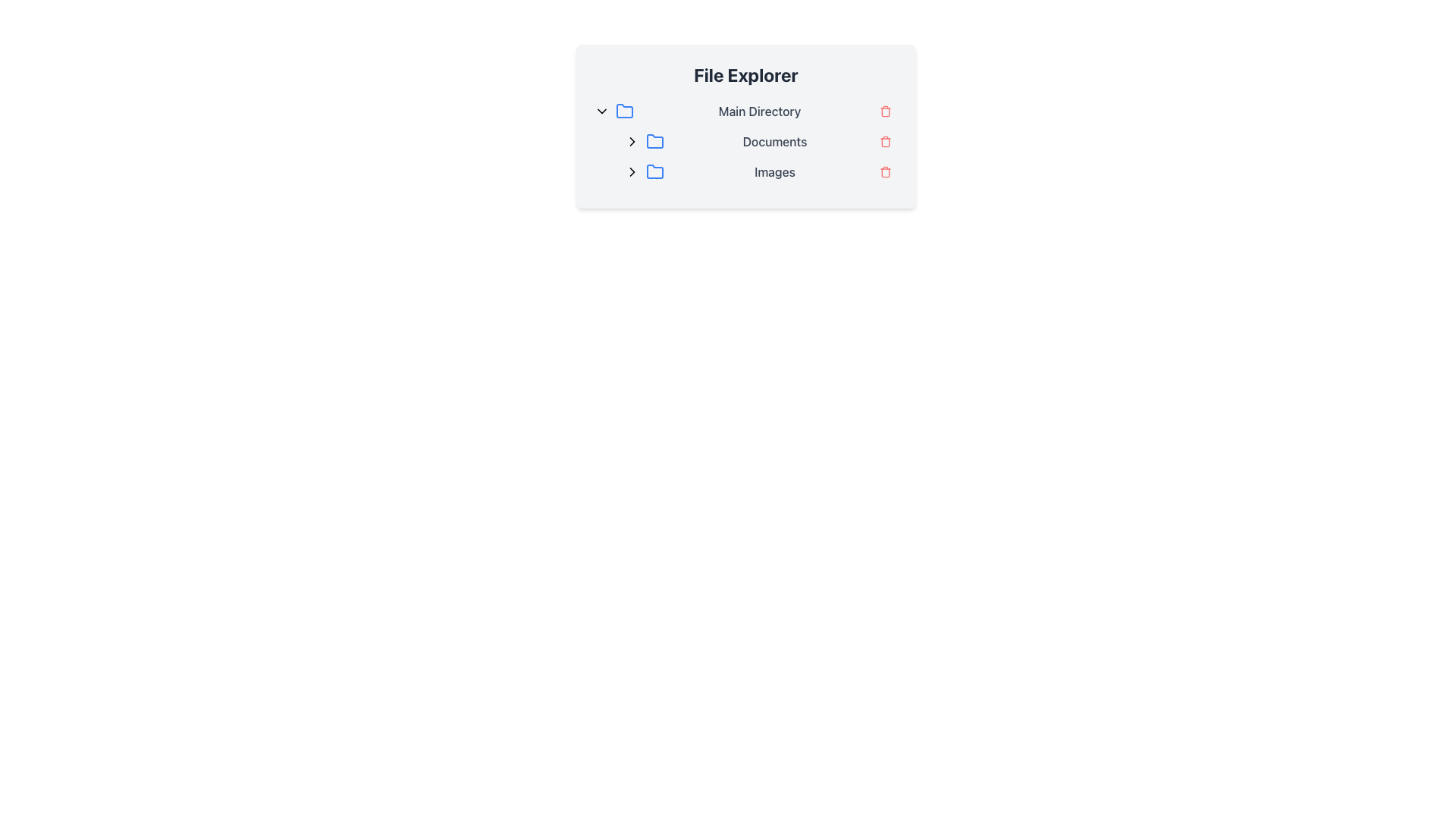 This screenshot has height=819, width=1456. I want to click on the 'Documents' text label, which is styled with medium font weight and gray color, located in the file explorer interface as the second entry in the file hierarchy, so click(775, 141).